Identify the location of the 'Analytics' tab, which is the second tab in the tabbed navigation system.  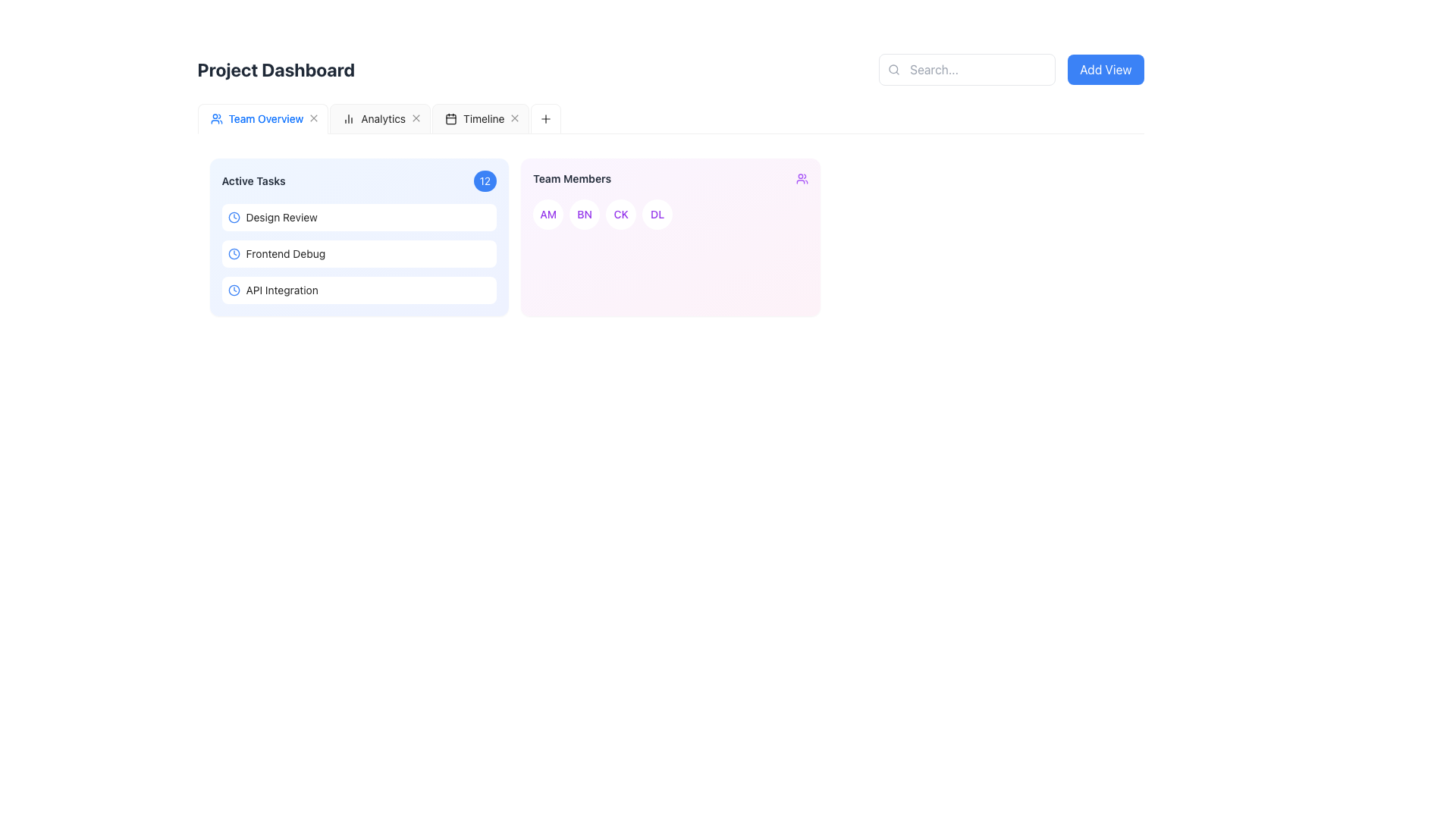
(380, 118).